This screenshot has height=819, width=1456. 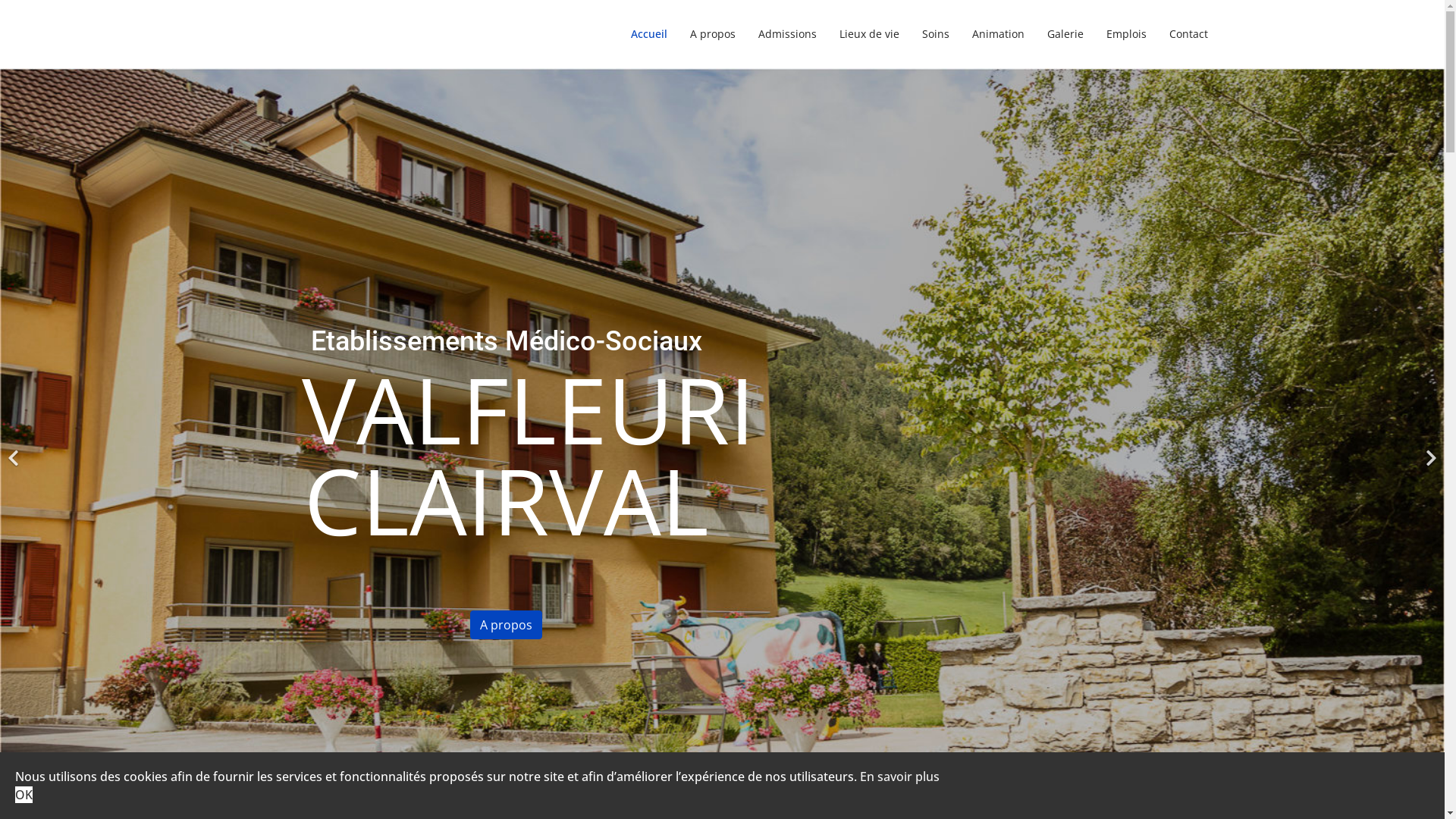 I want to click on 'Soins', so click(x=910, y=34).